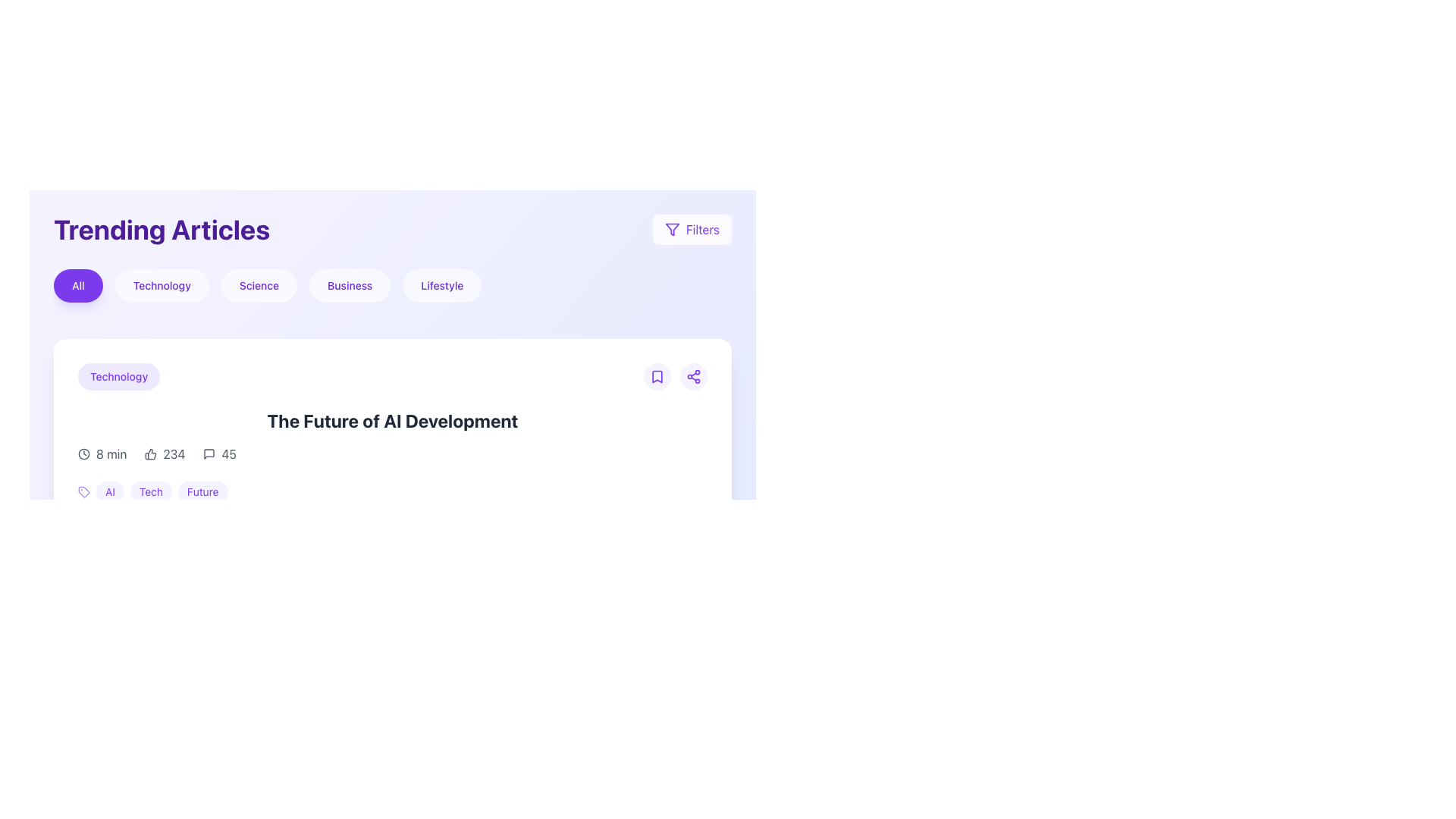 This screenshot has height=819, width=1456. What do you see at coordinates (109, 491) in the screenshot?
I see `the 'AI' tag label to filter content related to 'AI' under the article titled 'The Future of AI Development'` at bounding box center [109, 491].